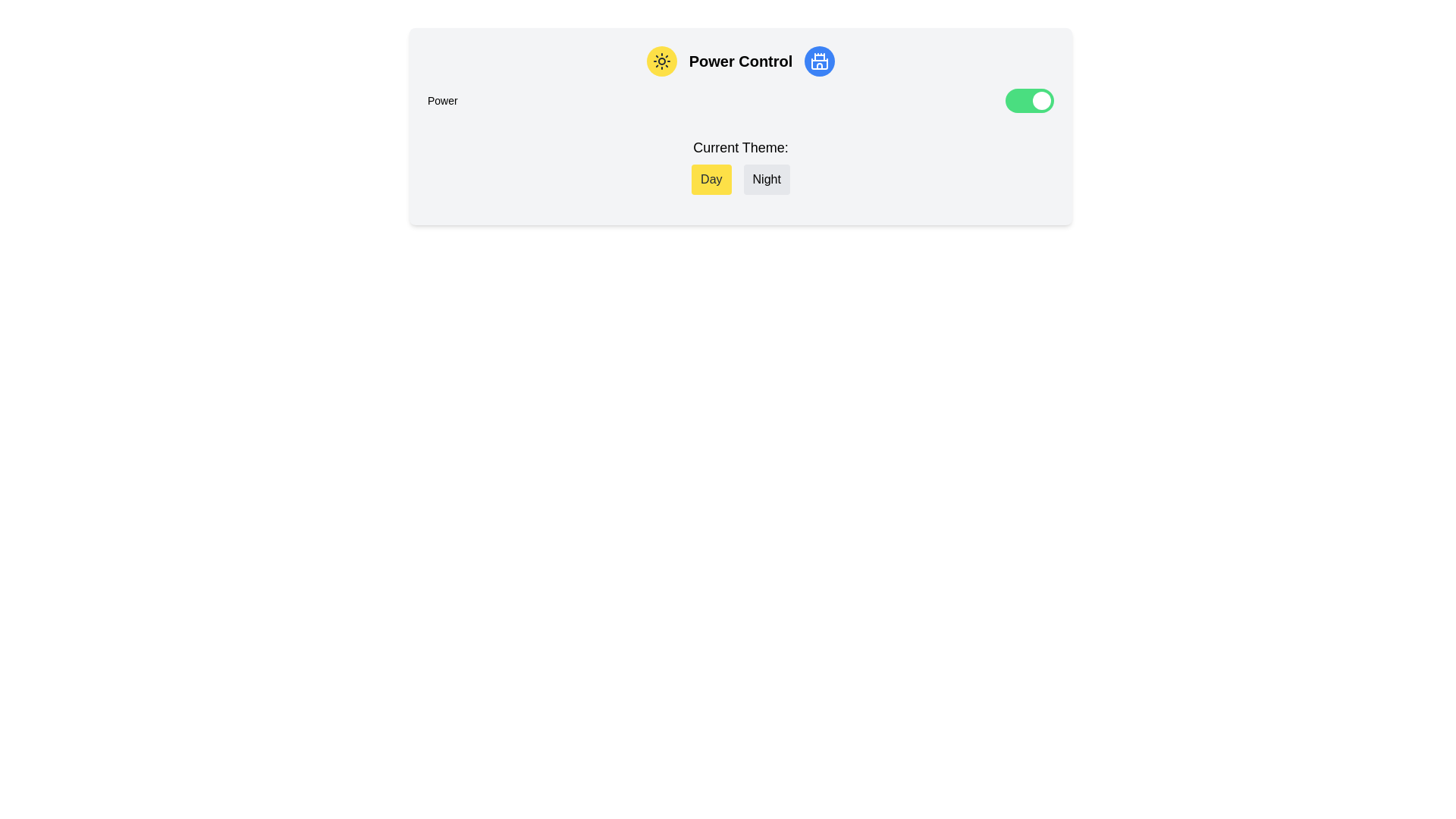  What do you see at coordinates (661, 61) in the screenshot?
I see `the 'Day Mode' icon located towards the top left of the header bar, positioned left of the 'Power Control' label and above the 'Power' text` at bounding box center [661, 61].